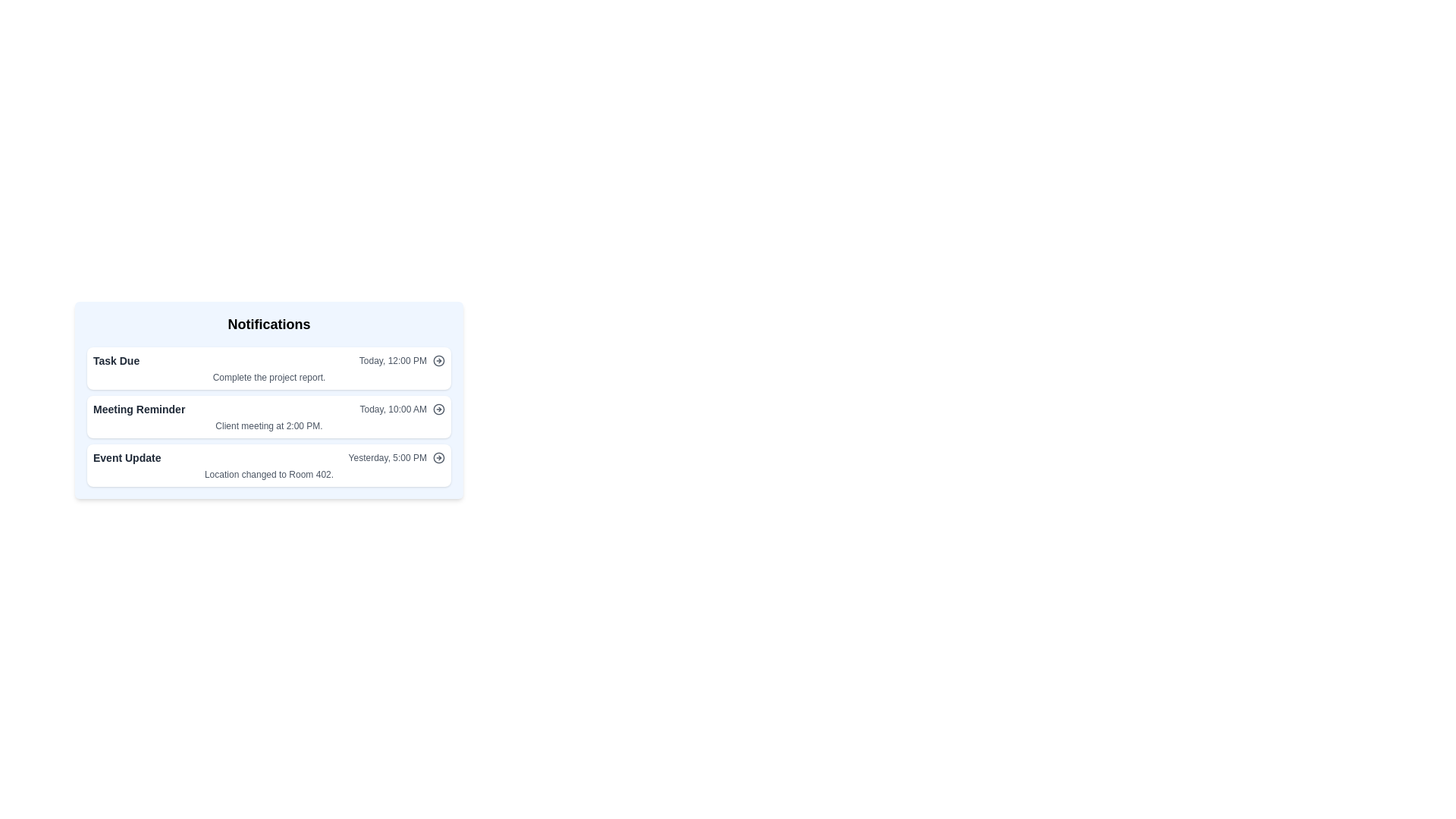  I want to click on the text label displaying 'Yesterday, 5:00 PM' in the notifications section, which is the rightmost component of the 'Event Update' notification entry, so click(388, 457).